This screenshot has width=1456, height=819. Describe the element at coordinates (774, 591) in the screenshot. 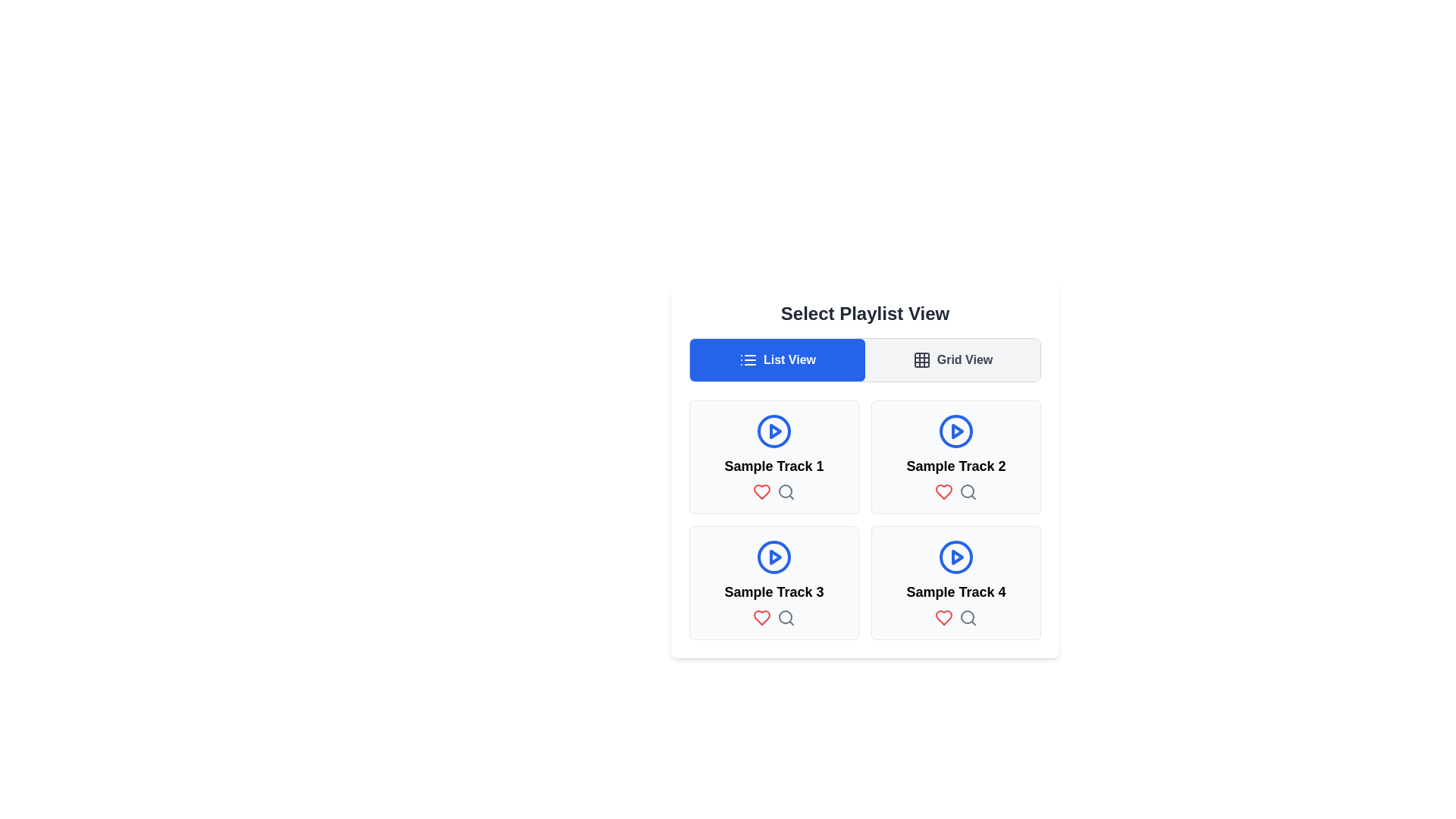

I see `the Text Label located in the lower row of the grid layout, specifically in the left cell of the second row, which helps users identify the associated item` at that location.